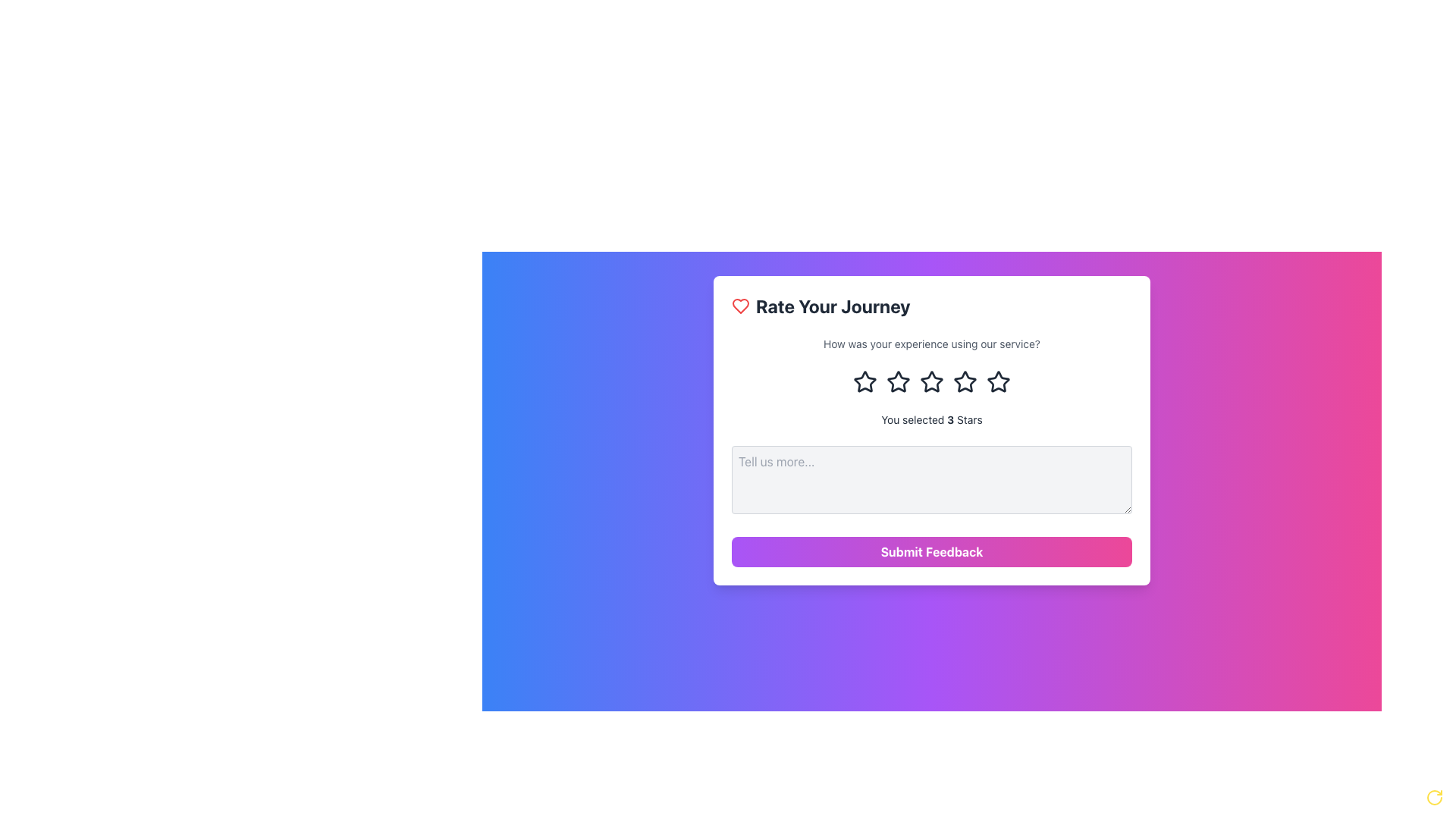  Describe the element at coordinates (899, 381) in the screenshot. I see `the third star icon in the rating section beneath 'Rate Your Journey'` at that location.